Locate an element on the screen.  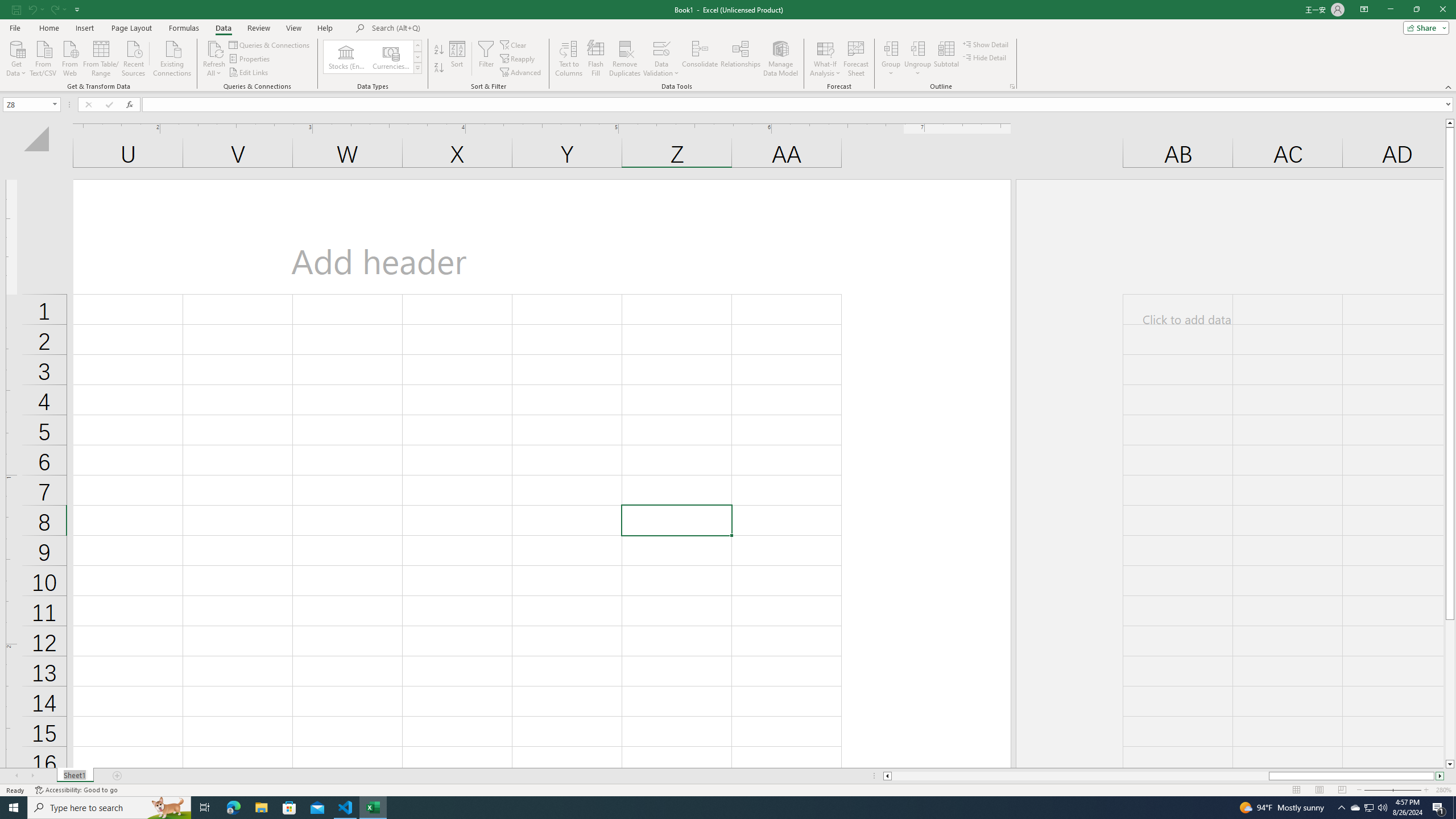
'System' is located at coordinates (6, 5).